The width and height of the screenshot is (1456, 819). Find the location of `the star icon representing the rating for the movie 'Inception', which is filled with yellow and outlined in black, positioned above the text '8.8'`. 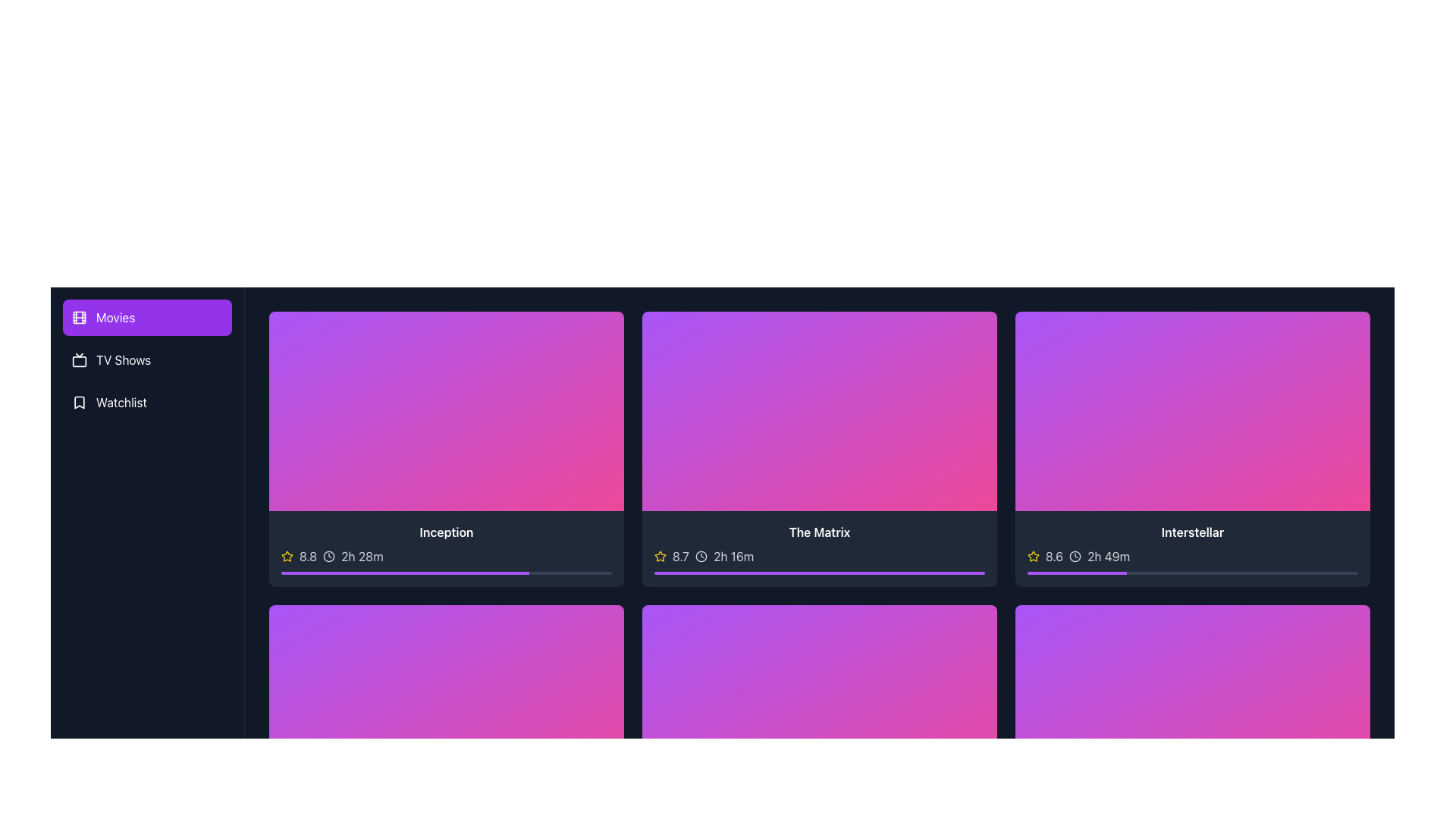

the star icon representing the rating for the movie 'Inception', which is filled with yellow and outlined in black, positioned above the text '8.8' is located at coordinates (287, 556).